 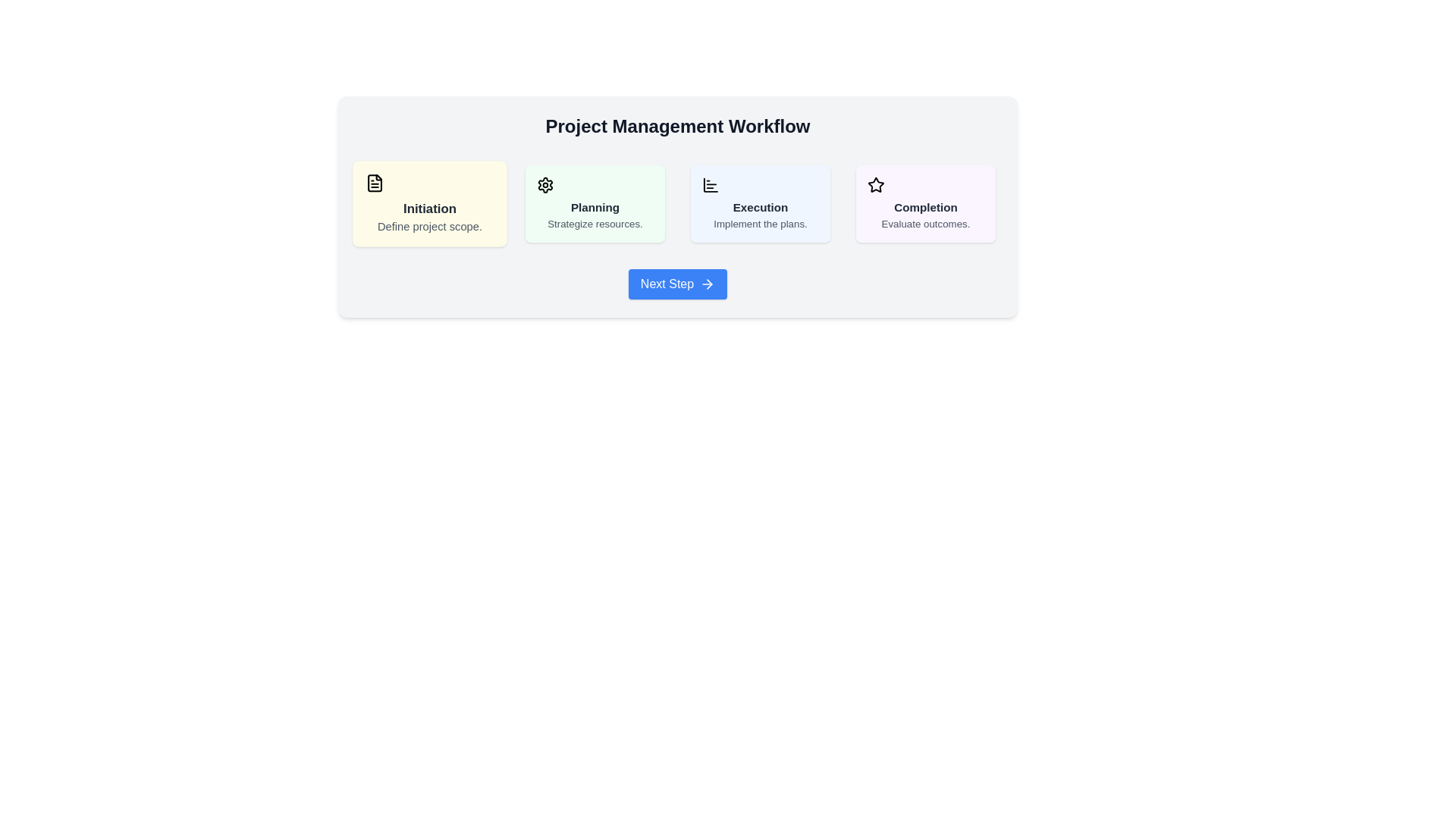 I want to click on the blue gradient card titled 'Execution' that contains a bar chart icon, positioned in the grid layout under 'Project Management Workflow', so click(x=761, y=202).